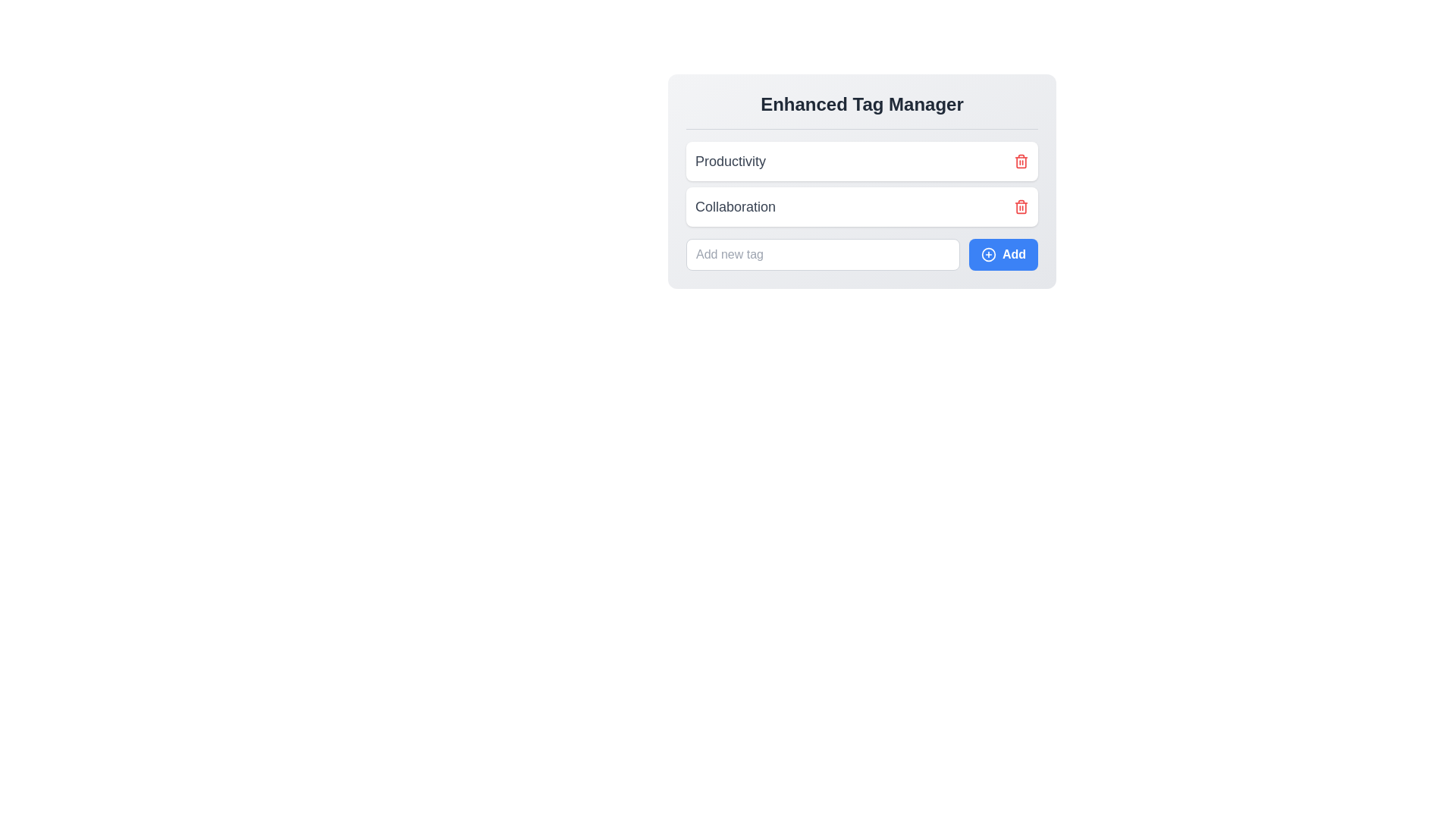 Image resolution: width=1456 pixels, height=819 pixels. Describe the element at coordinates (1021, 207) in the screenshot. I see `the red-colored trash icon located to the right of the 'Collaboration' label` at that location.